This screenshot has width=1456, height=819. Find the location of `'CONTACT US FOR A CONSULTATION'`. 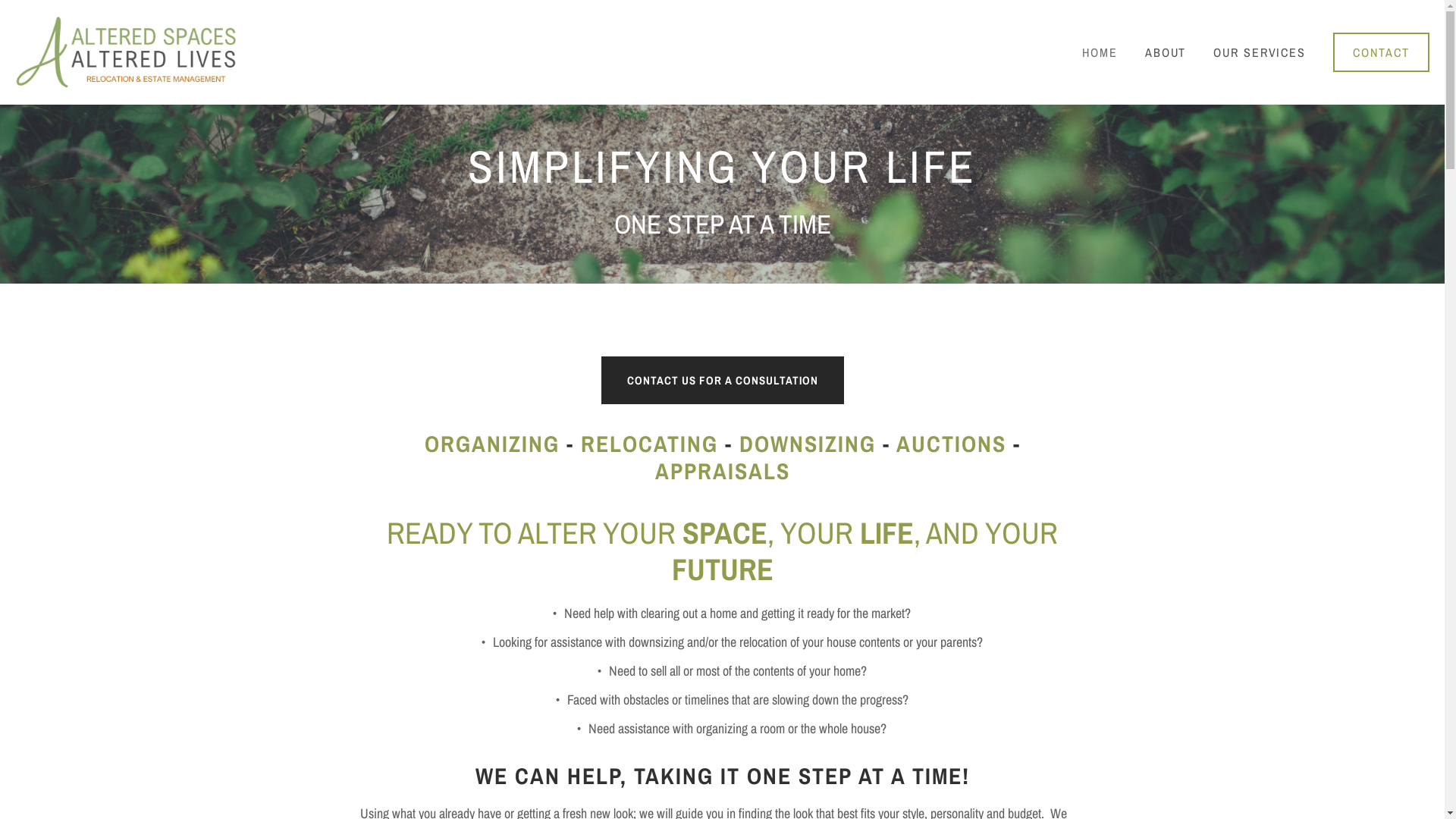

'CONTACT US FOR A CONSULTATION' is located at coordinates (720, 379).